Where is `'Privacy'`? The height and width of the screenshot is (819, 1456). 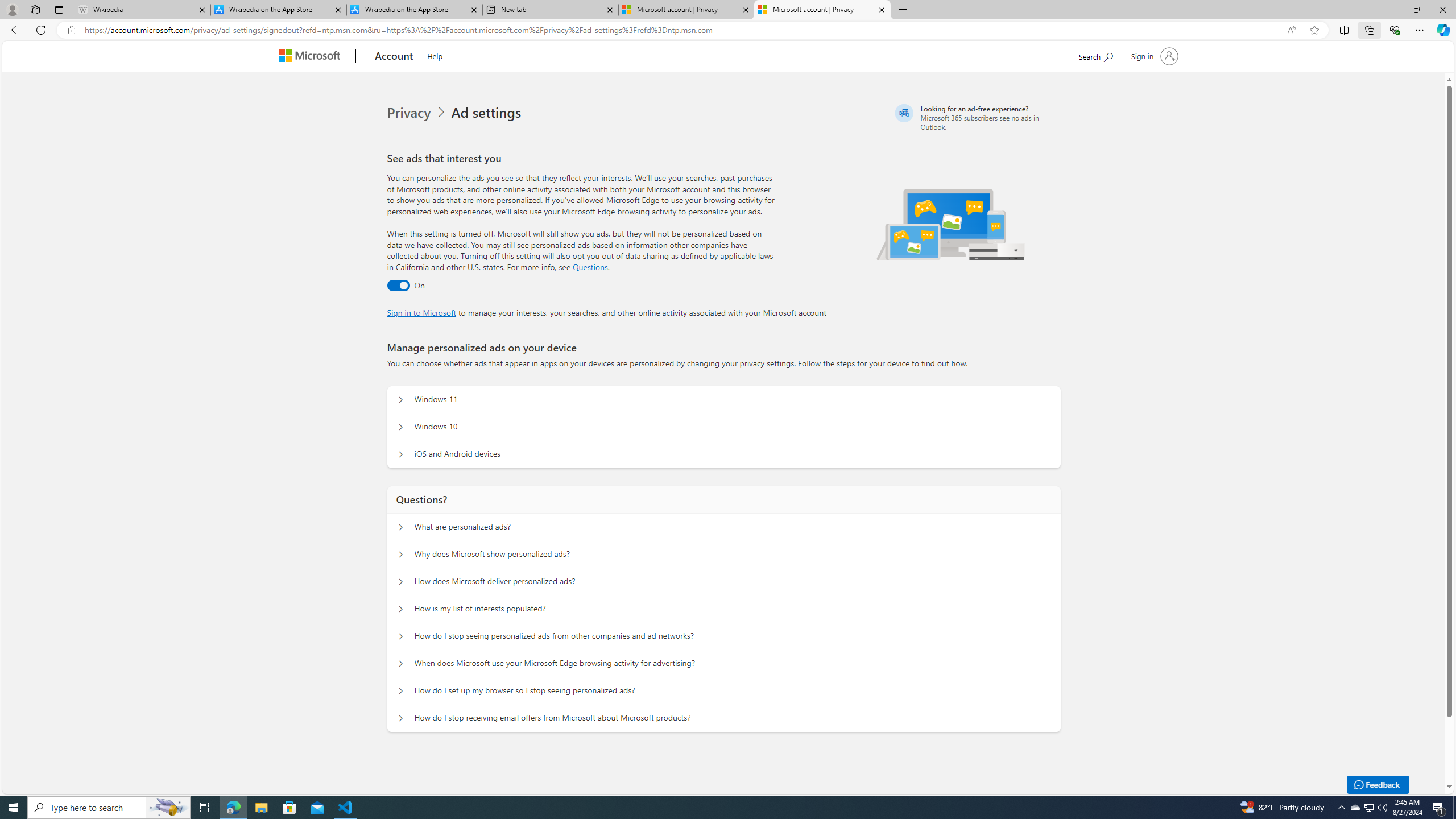
'Privacy' is located at coordinates (418, 113).